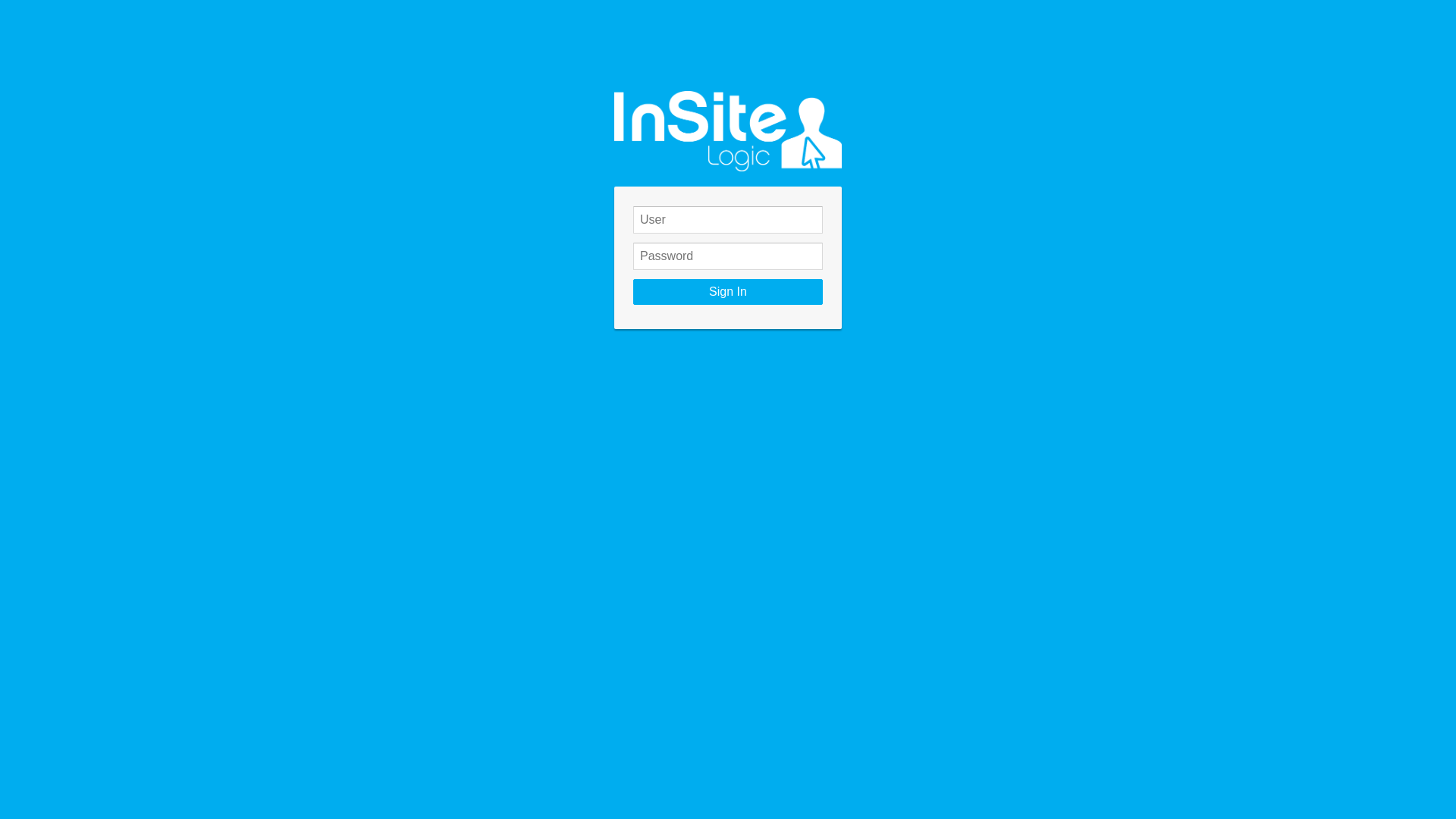  Describe the element at coordinates (728, 292) in the screenshot. I see `'Sign In'` at that location.